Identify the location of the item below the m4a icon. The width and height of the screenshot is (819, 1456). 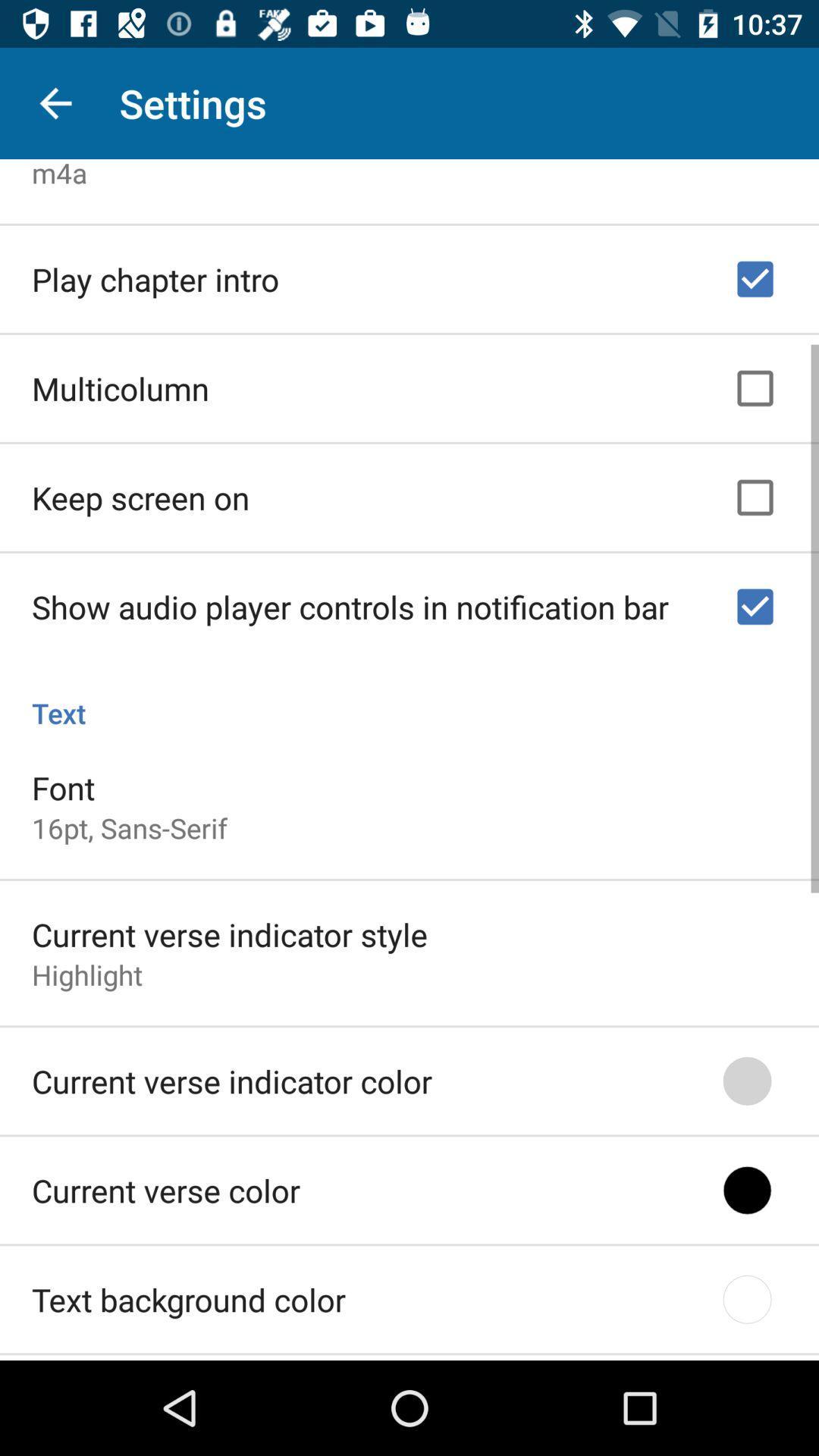
(155, 275).